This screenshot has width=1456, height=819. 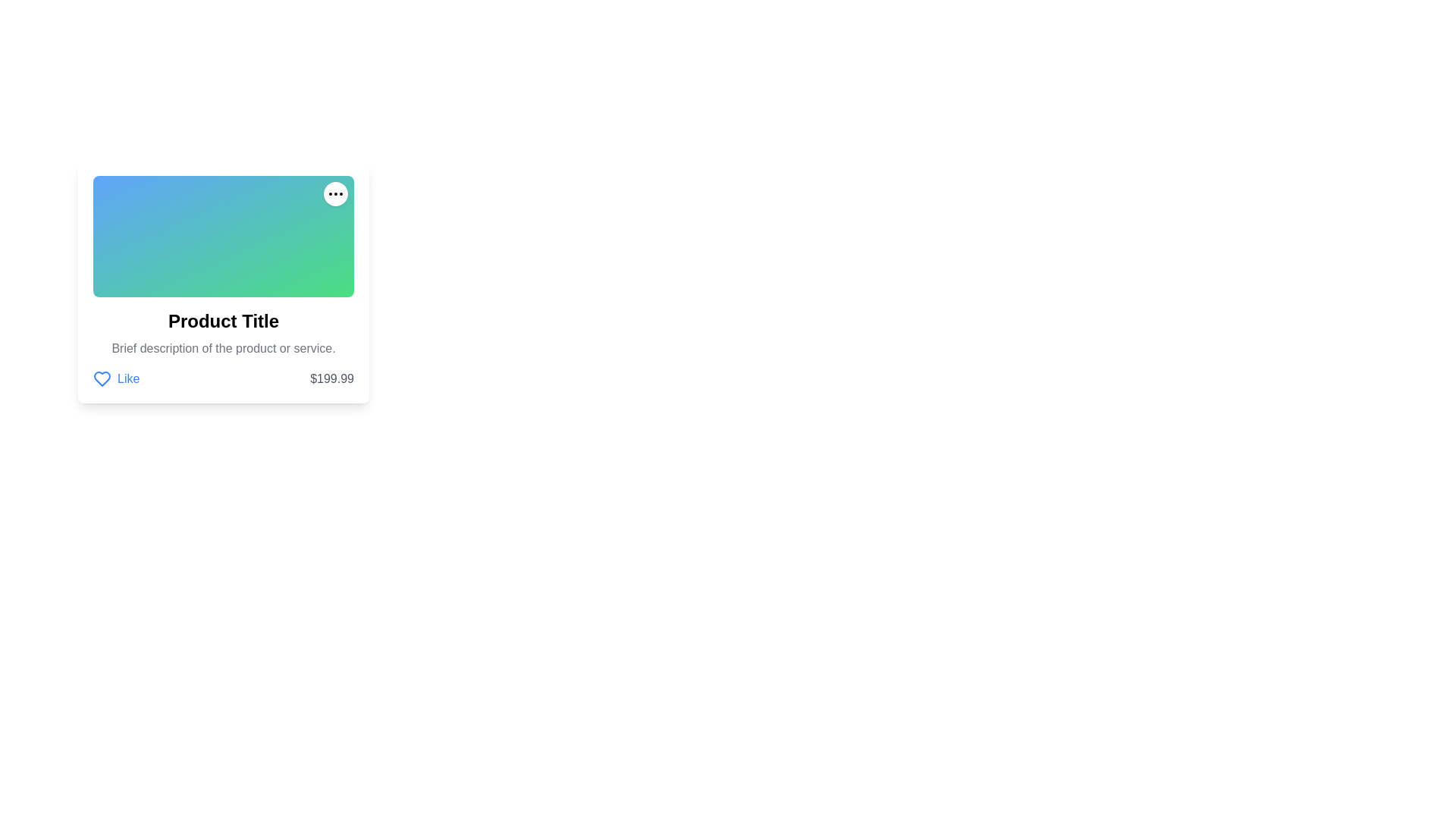 What do you see at coordinates (101, 378) in the screenshot?
I see `the heart-shaped icon outlined in blue with a white fill, located to the left of the text 'Like', to like or favorite the product` at bounding box center [101, 378].